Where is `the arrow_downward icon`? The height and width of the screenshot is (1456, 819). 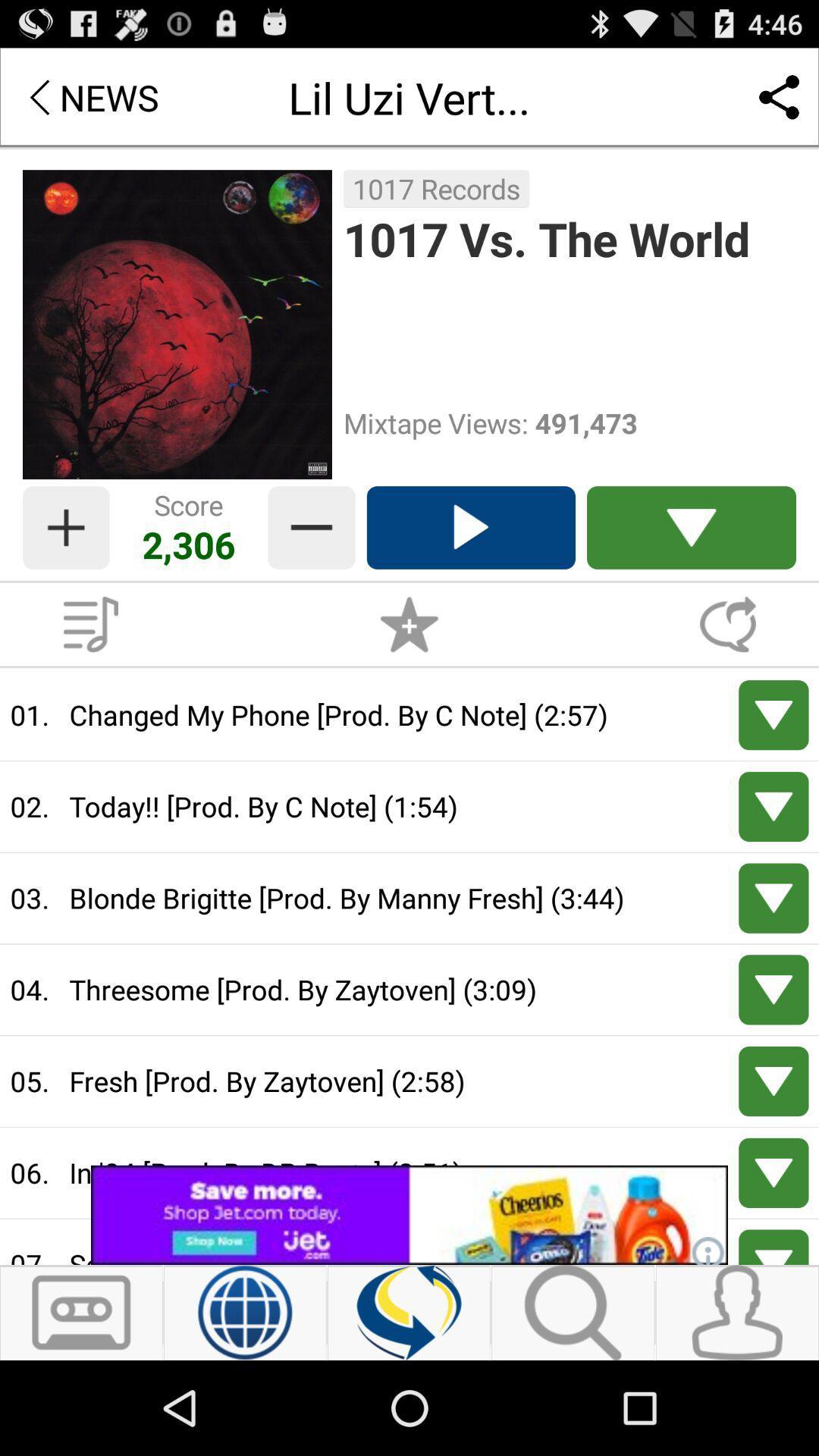 the arrow_downward icon is located at coordinates (691, 563).